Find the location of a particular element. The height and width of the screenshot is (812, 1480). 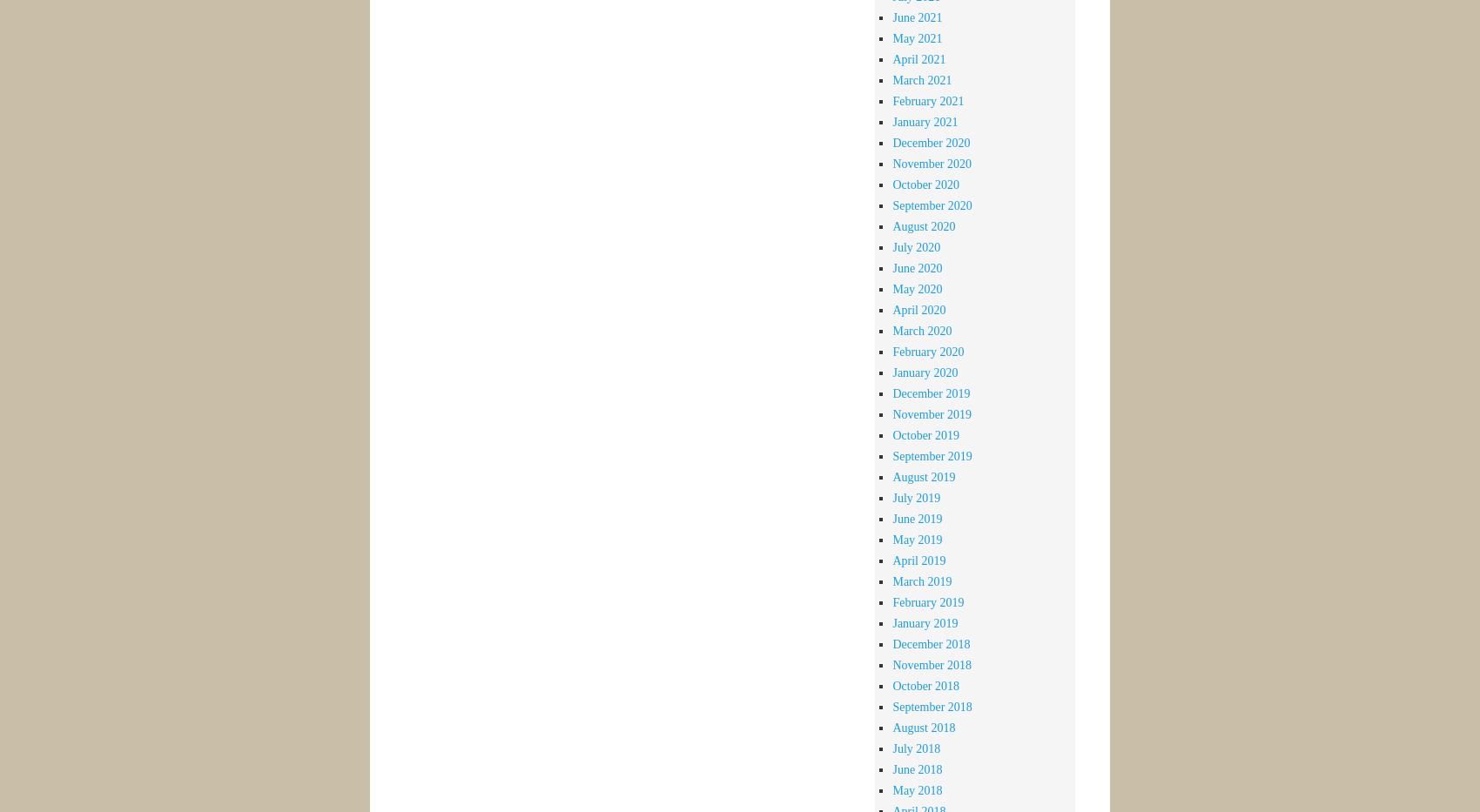

'December 2019' is located at coordinates (891, 392).